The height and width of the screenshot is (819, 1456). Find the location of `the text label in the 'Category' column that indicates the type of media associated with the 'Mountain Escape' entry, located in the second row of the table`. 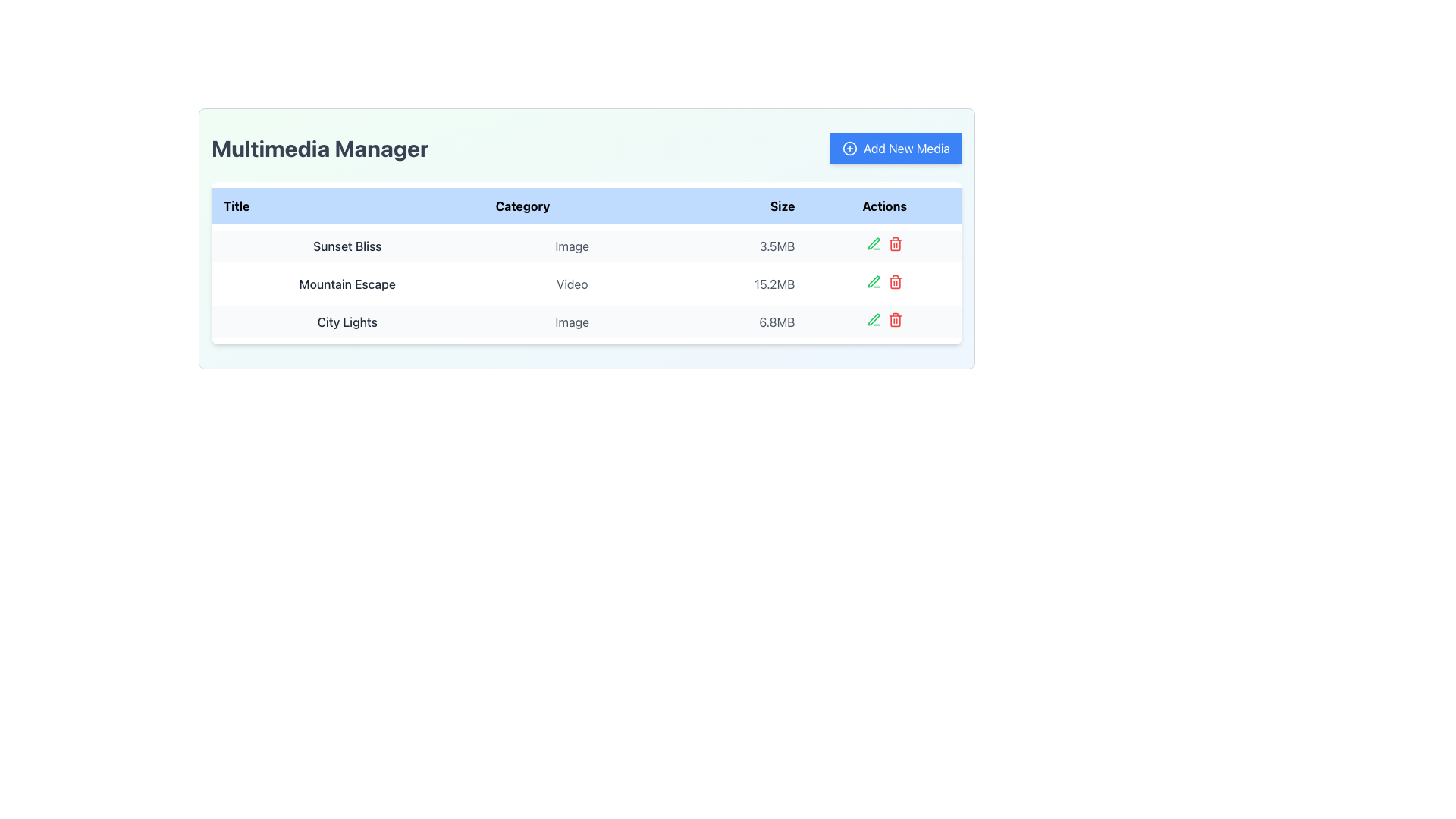

the text label in the 'Category' column that indicates the type of media associated with the 'Mountain Escape' entry, located in the second row of the table is located at coordinates (571, 284).